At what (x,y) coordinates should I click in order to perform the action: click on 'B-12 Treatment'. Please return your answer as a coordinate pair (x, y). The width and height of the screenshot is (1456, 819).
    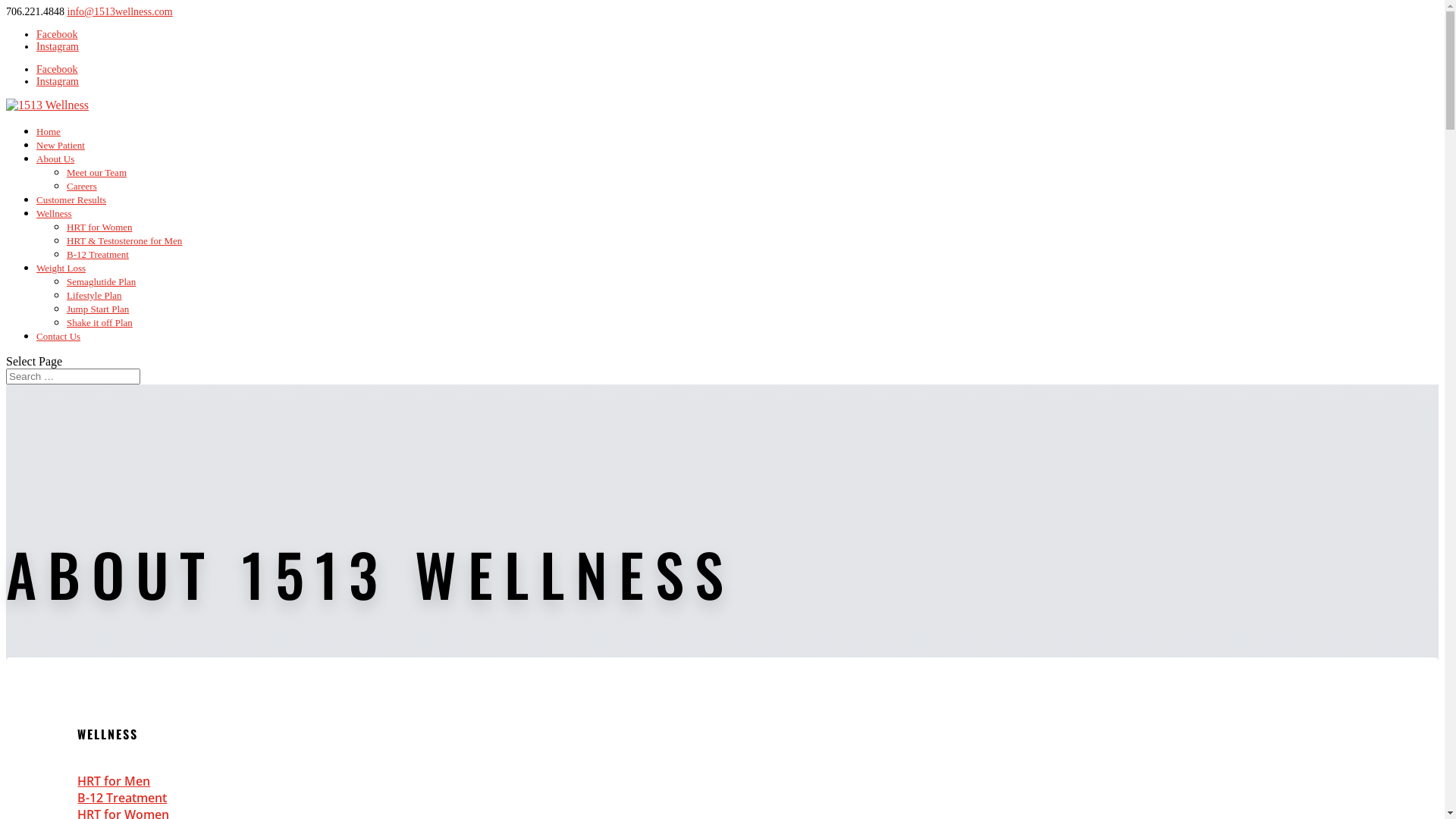
    Looking at the image, I should click on (122, 797).